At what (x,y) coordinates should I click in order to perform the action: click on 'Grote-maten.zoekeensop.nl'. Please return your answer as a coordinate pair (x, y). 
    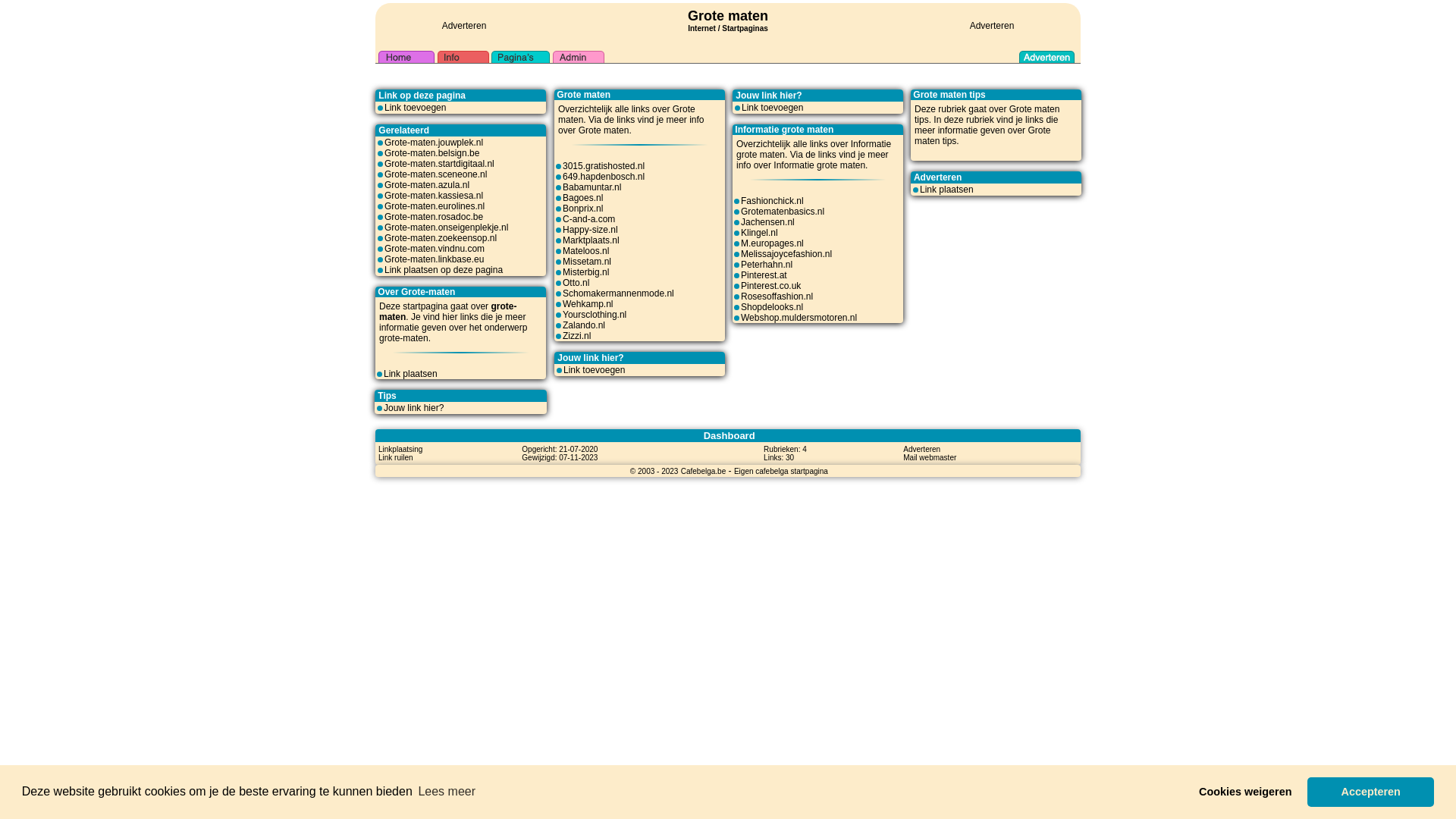
    Looking at the image, I should click on (384, 237).